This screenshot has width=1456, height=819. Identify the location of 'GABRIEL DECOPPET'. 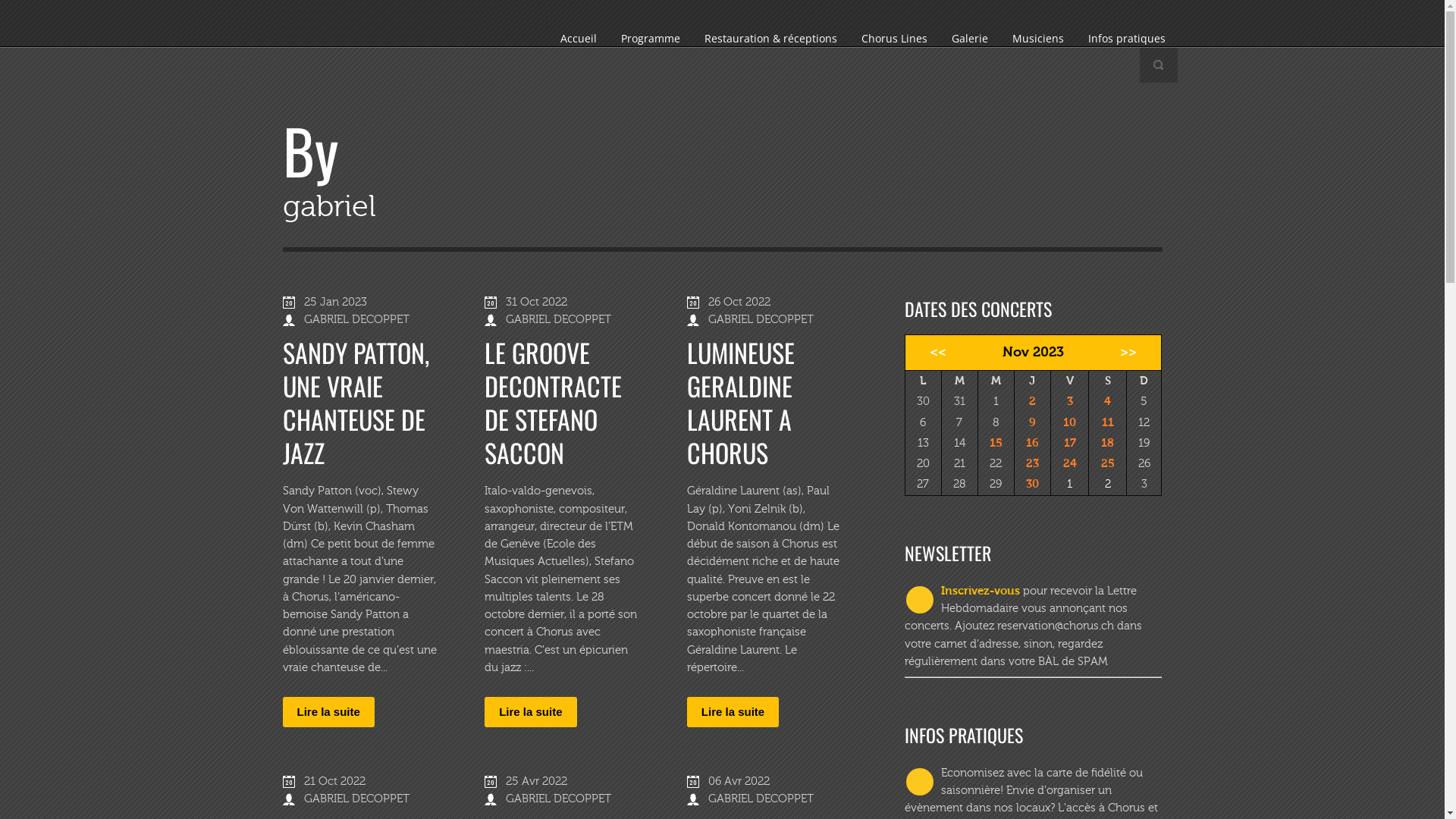
(303, 798).